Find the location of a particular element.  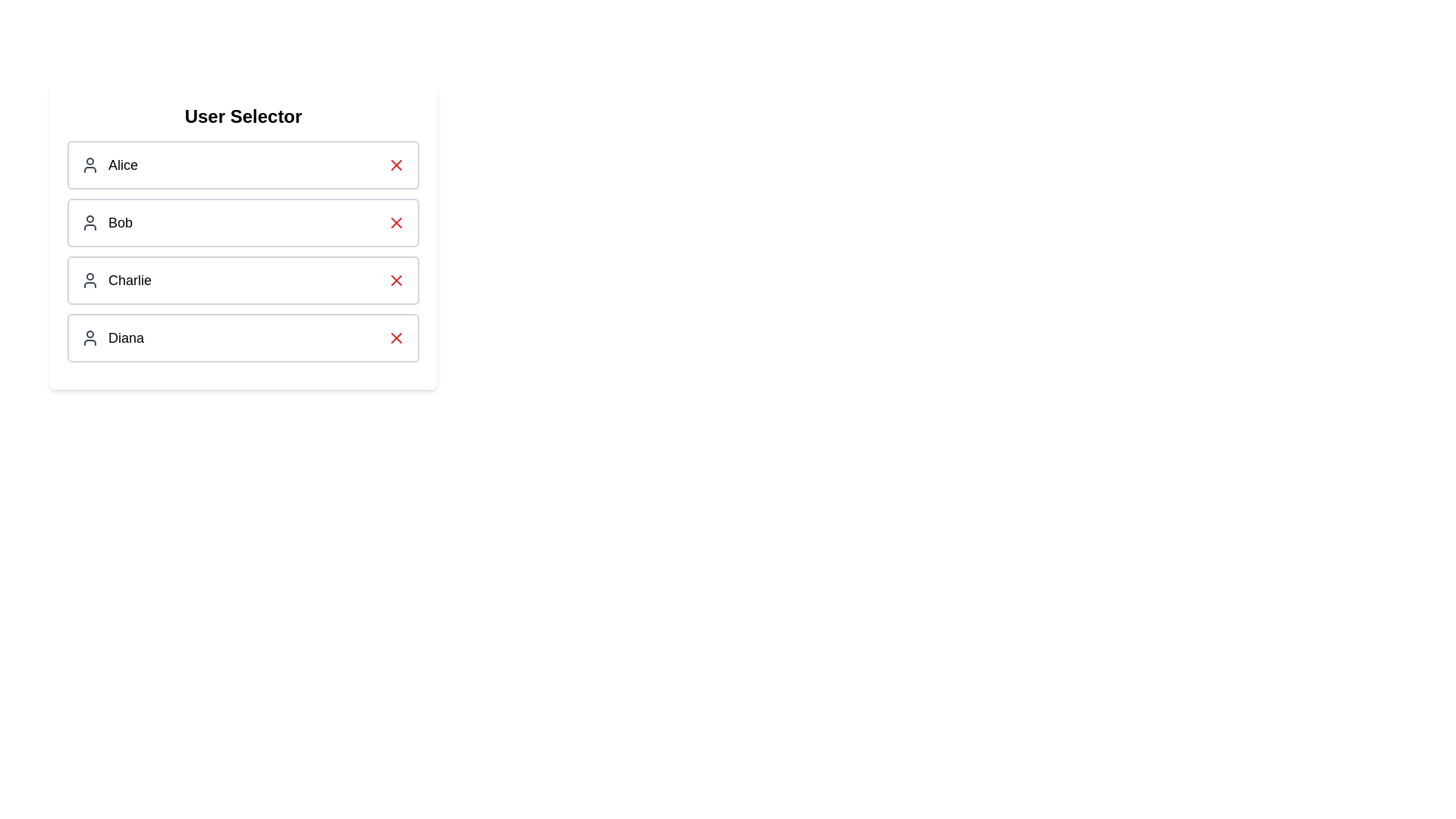

the user Alice by clicking on their entry is located at coordinates (243, 165).